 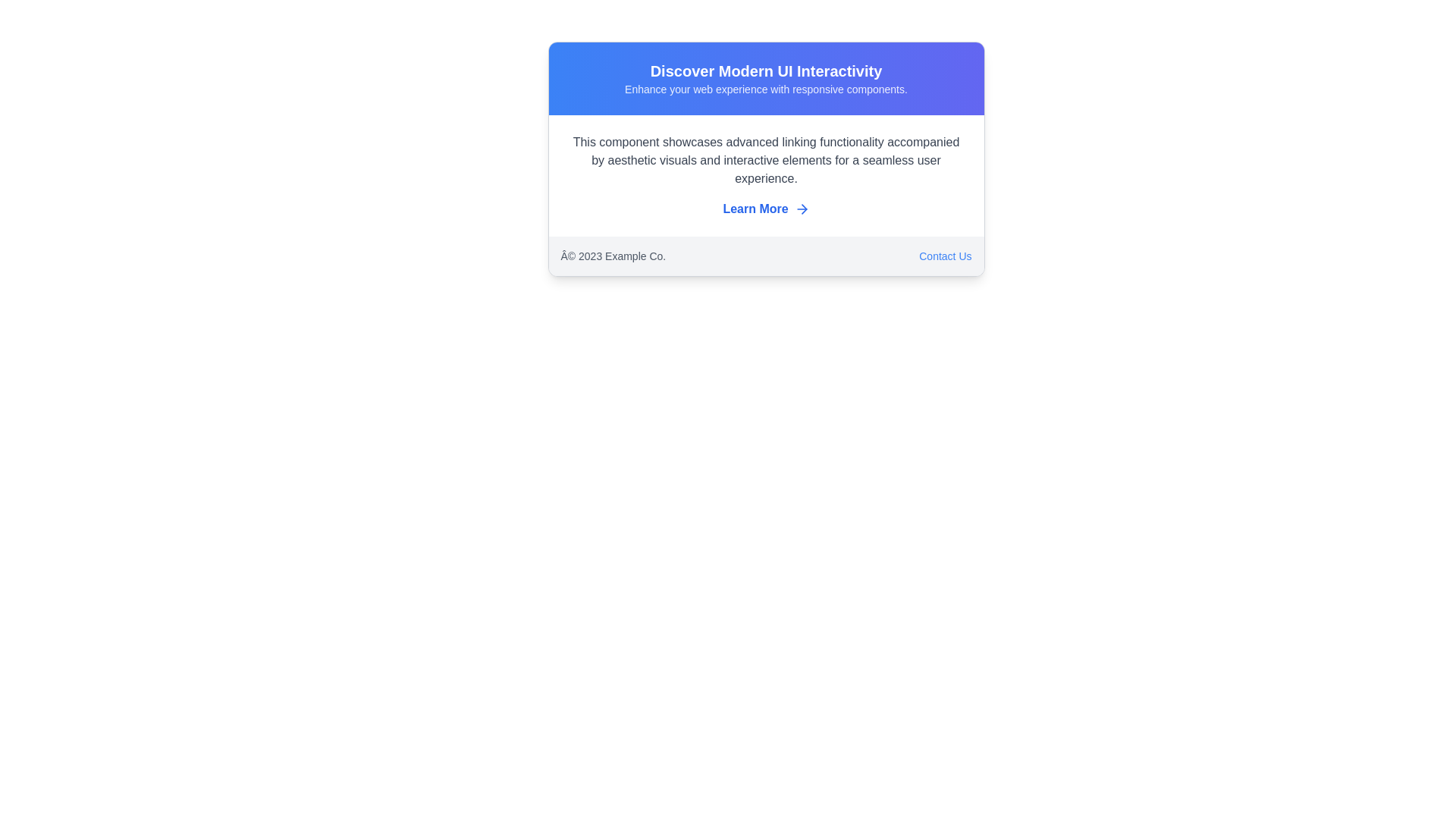 What do you see at coordinates (803, 209) in the screenshot?
I see `the right-pointing arrowhead shaped icon, which is a simple outline and located towards the right end of a horizontal group of components` at bounding box center [803, 209].